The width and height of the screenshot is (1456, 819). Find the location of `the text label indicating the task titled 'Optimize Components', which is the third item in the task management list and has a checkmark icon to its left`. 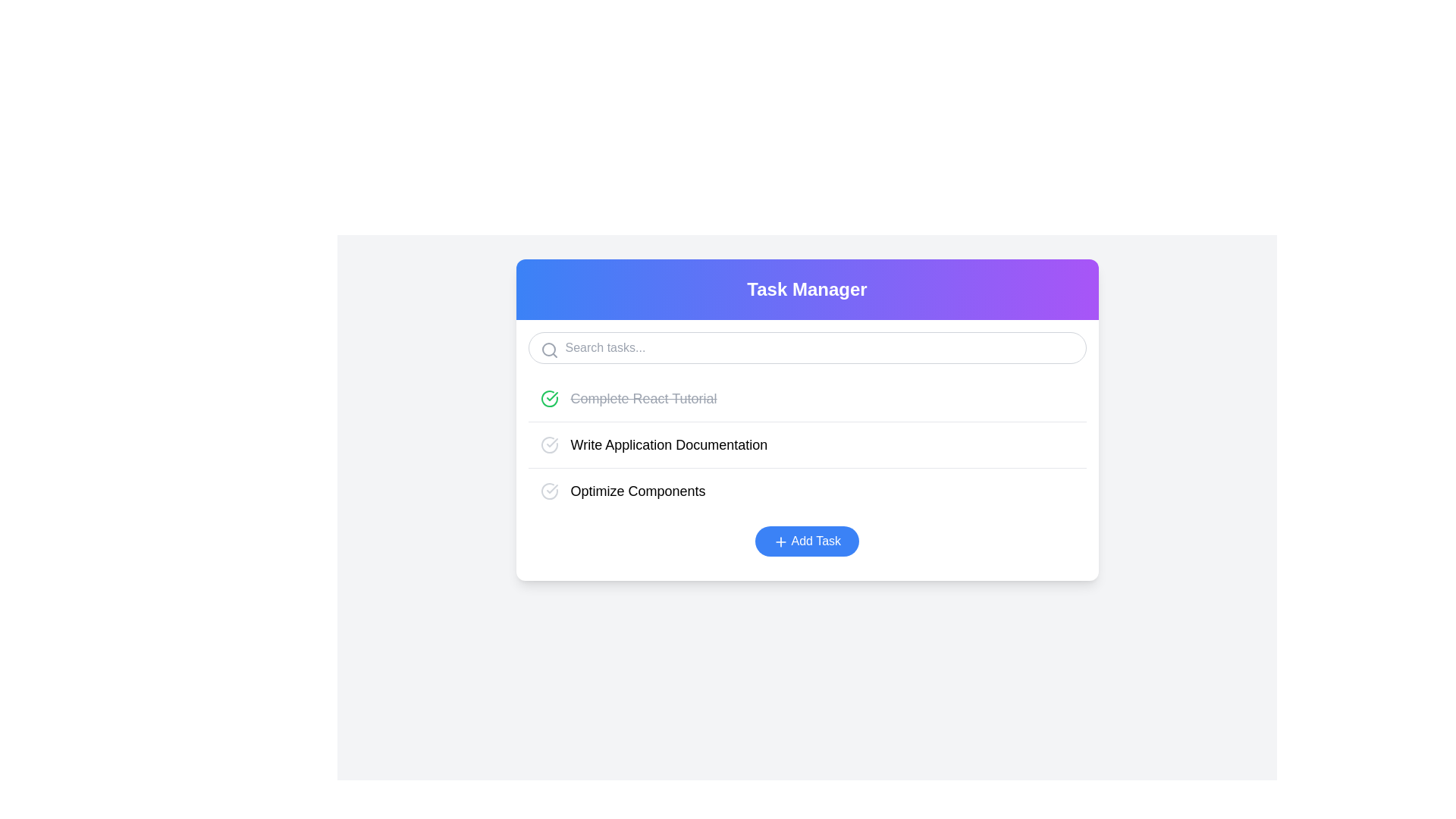

the text label indicating the task titled 'Optimize Components', which is the third item in the task management list and has a checkmark icon to its left is located at coordinates (638, 491).